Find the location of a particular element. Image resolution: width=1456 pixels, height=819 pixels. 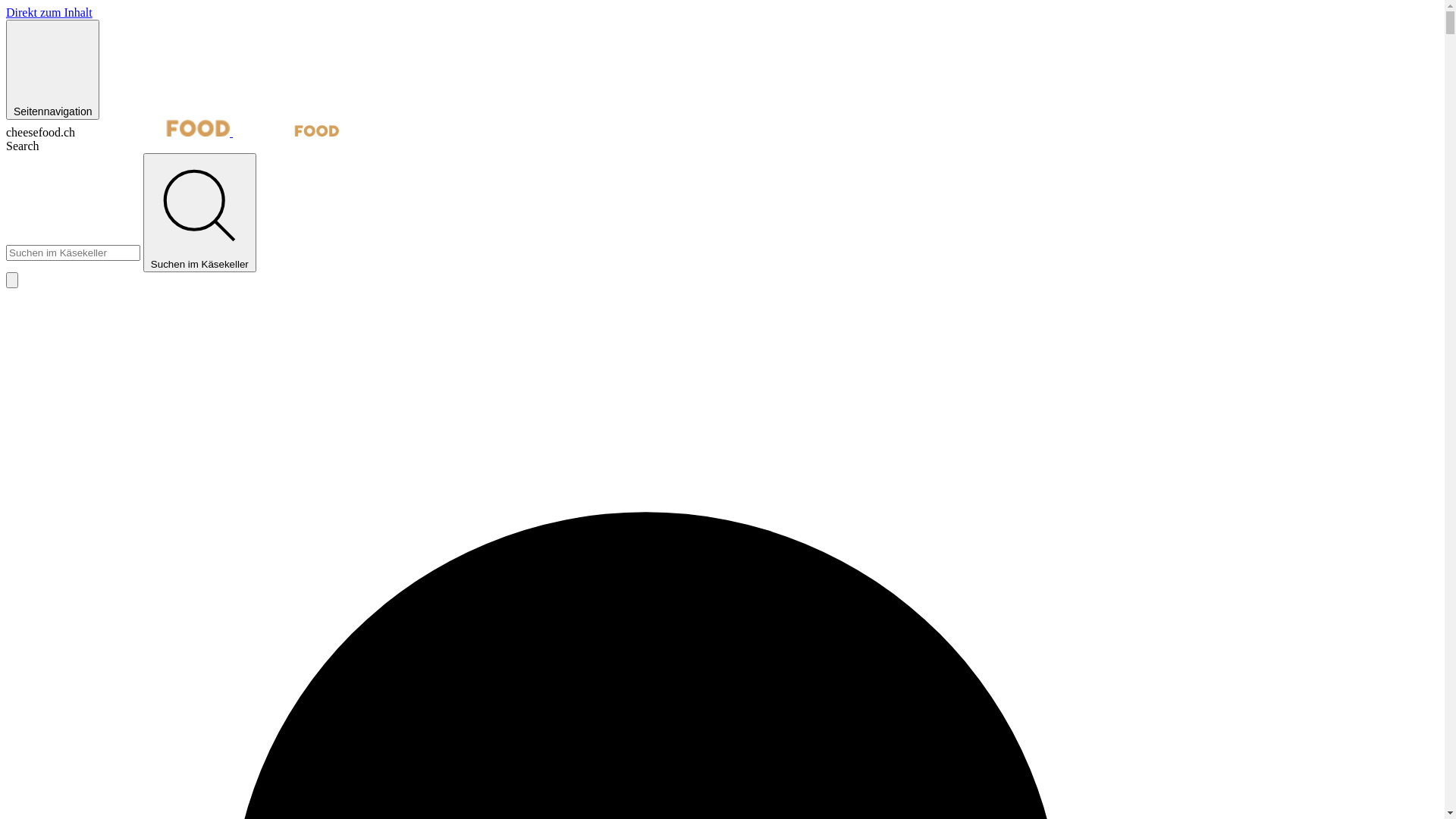

'Direkt zum Inhalt' is located at coordinates (6, 12).